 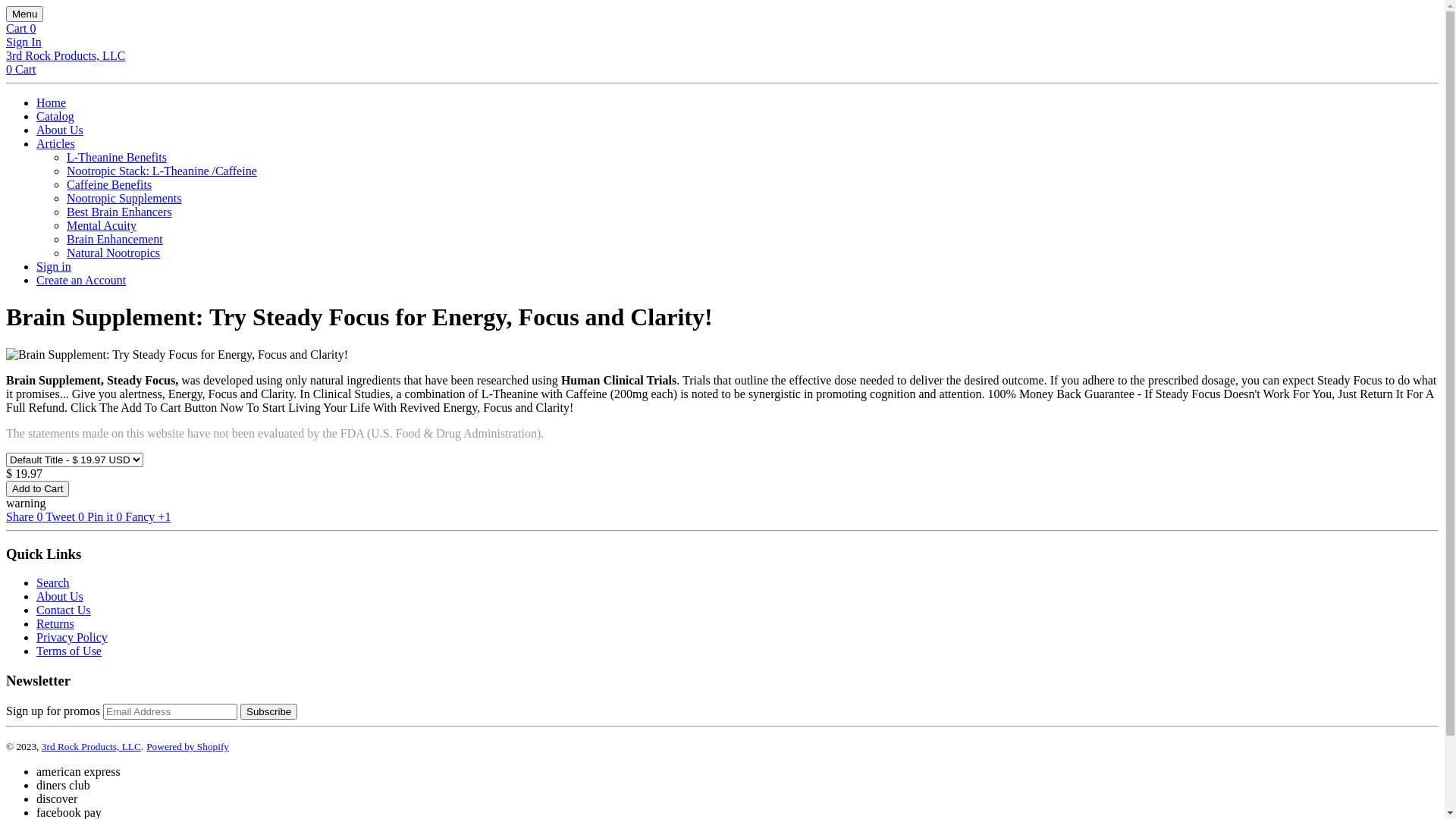 What do you see at coordinates (62, 609) in the screenshot?
I see `'Contact Us'` at bounding box center [62, 609].